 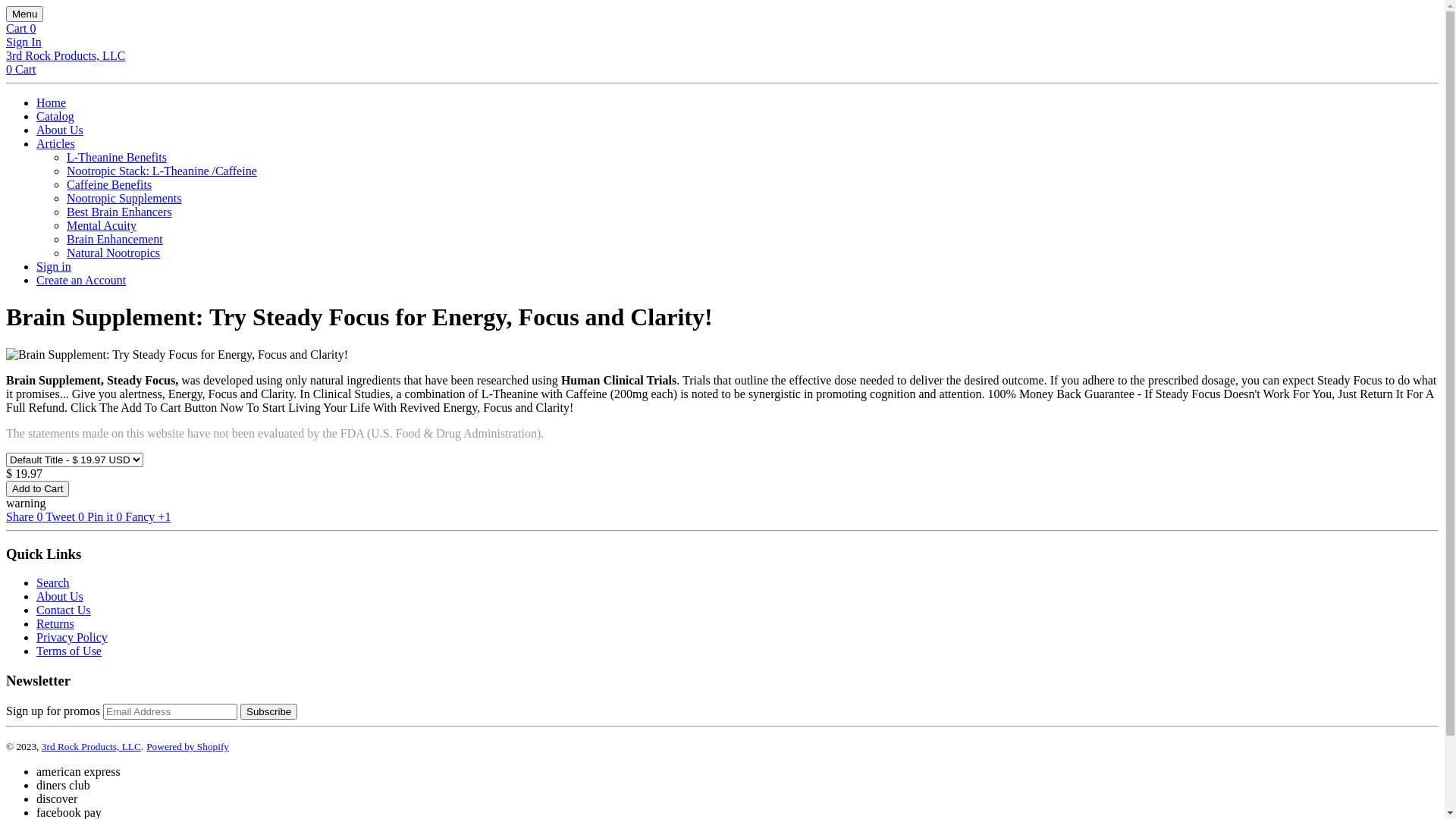 What do you see at coordinates (62, 609) in the screenshot?
I see `'Contact Us'` at bounding box center [62, 609].